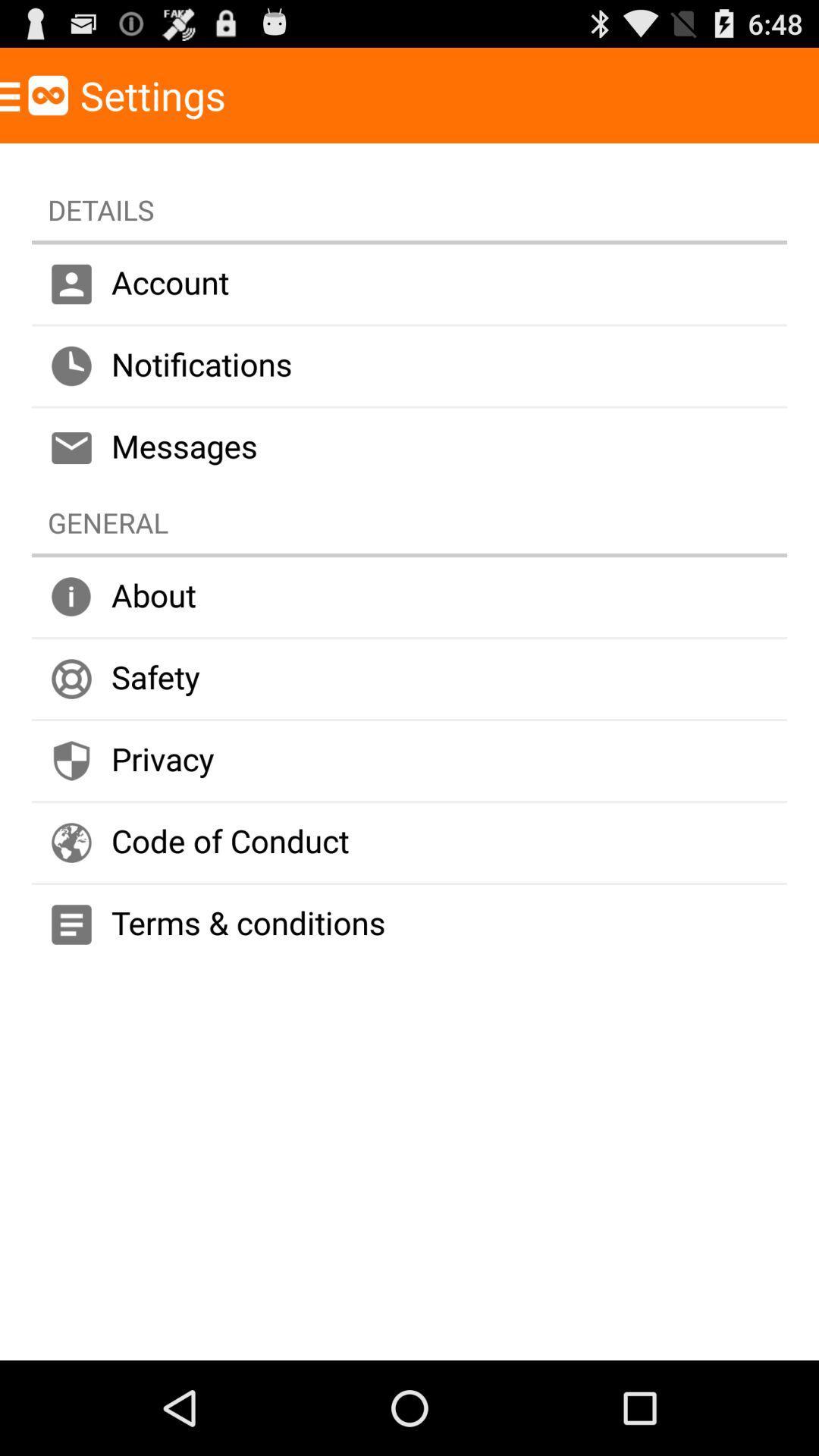 The height and width of the screenshot is (1456, 819). I want to click on the item above the messages item, so click(409, 366).